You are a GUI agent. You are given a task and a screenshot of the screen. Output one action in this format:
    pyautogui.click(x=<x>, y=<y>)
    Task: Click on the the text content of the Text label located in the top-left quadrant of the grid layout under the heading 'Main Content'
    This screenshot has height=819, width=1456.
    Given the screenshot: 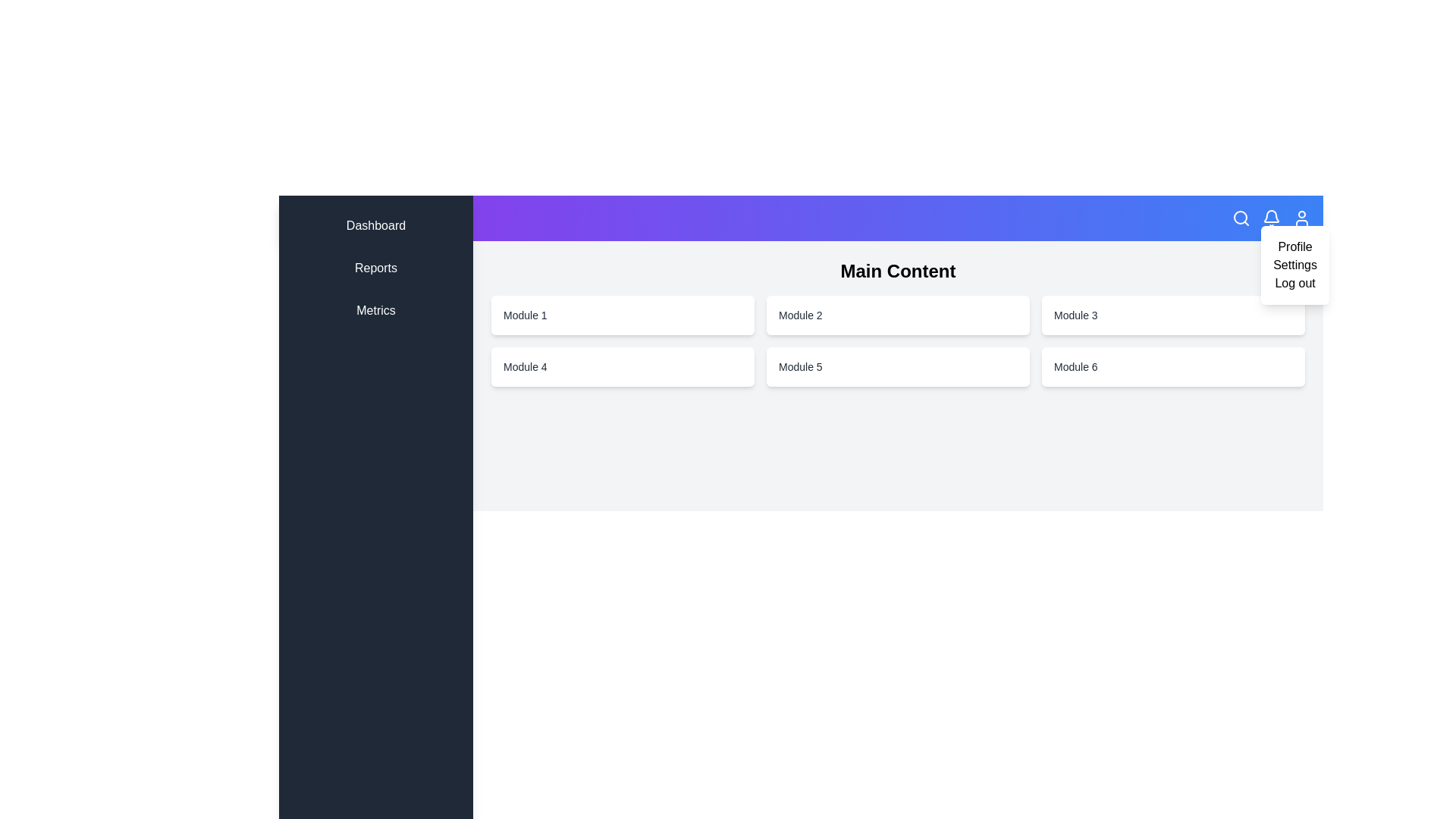 What is the action you would take?
    pyautogui.click(x=525, y=315)
    